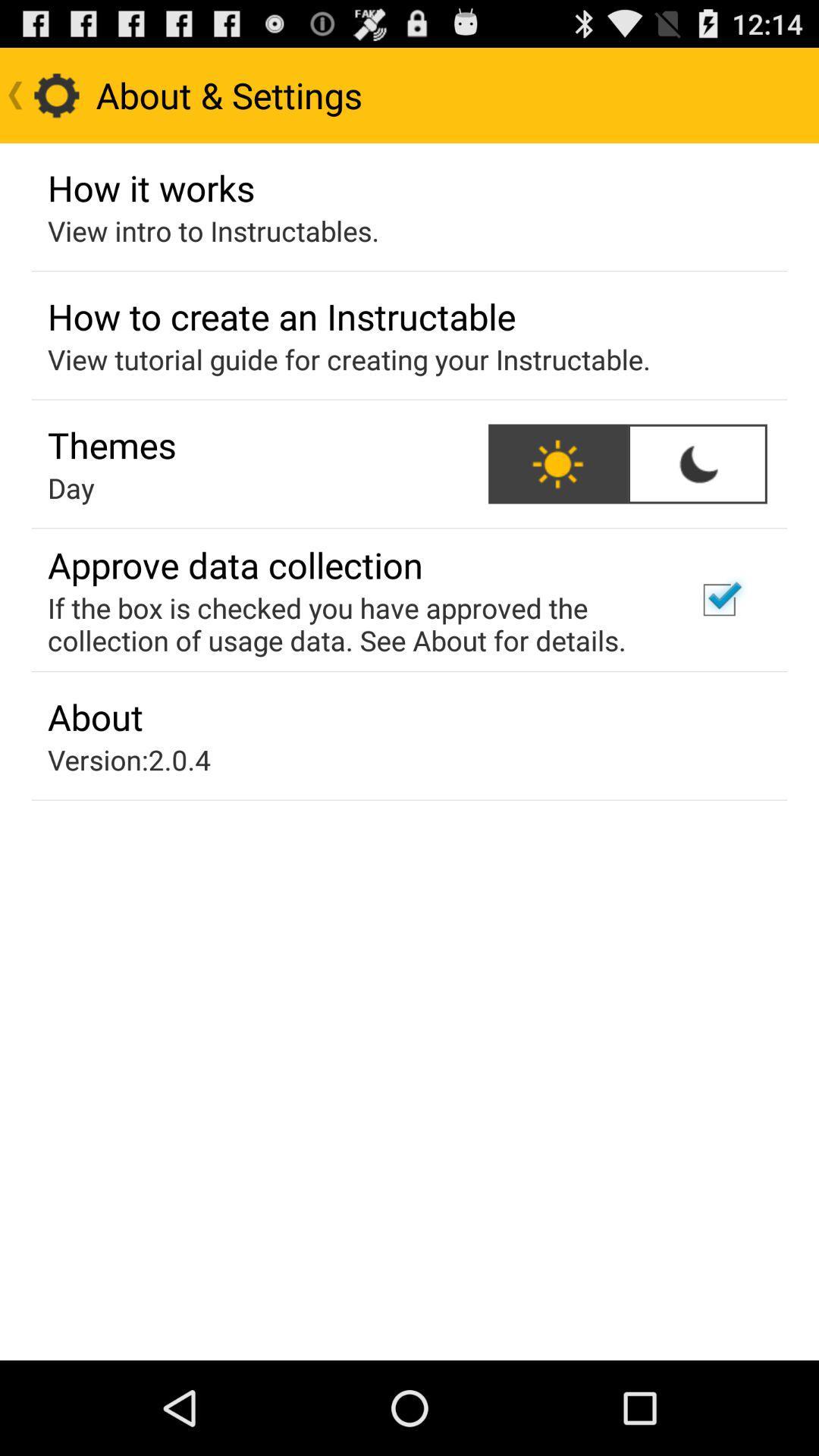 The width and height of the screenshot is (819, 1456). Describe the element at coordinates (71, 488) in the screenshot. I see `day icon` at that location.